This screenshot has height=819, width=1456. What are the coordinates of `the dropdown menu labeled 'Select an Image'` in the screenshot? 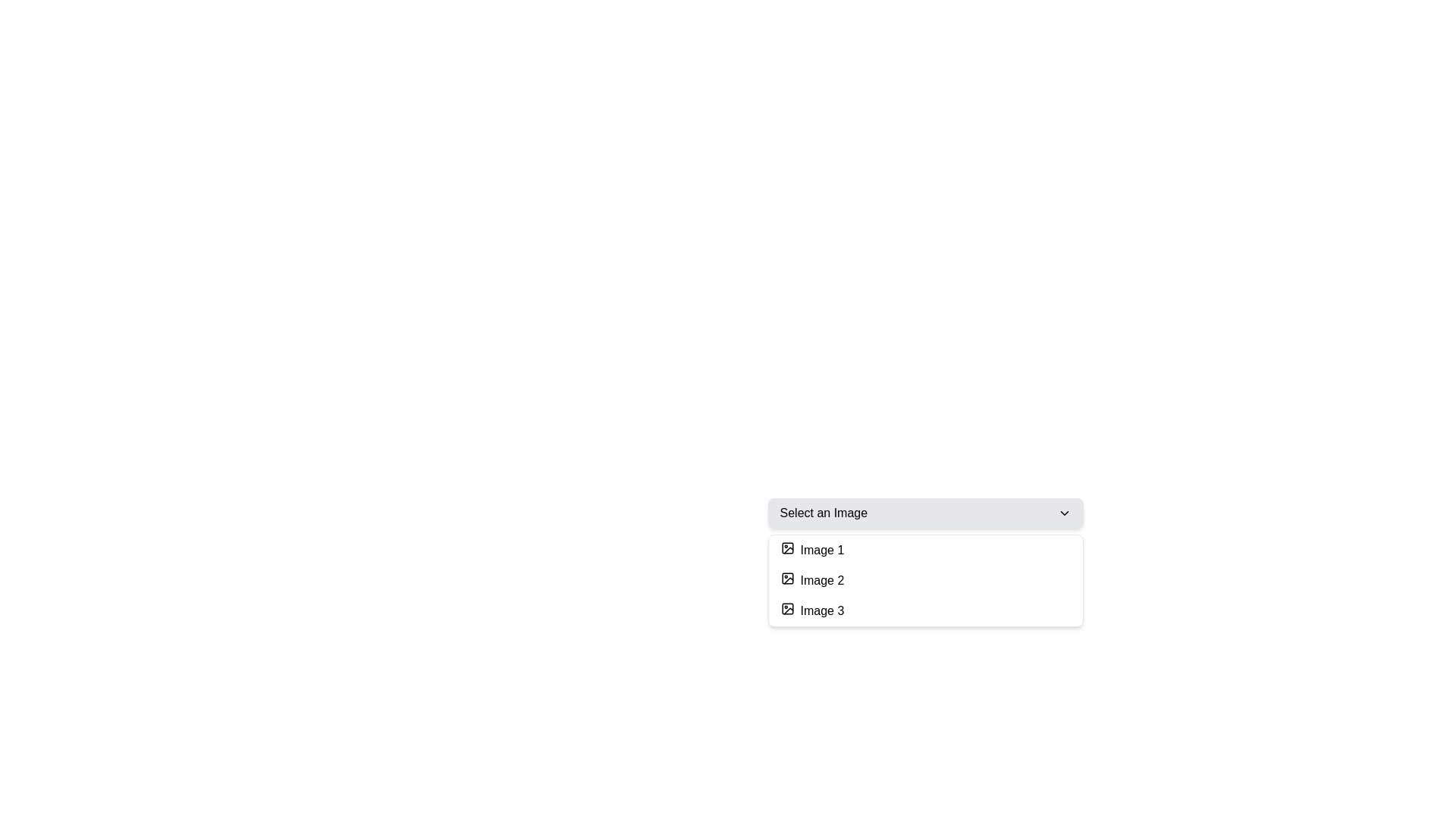 It's located at (924, 513).